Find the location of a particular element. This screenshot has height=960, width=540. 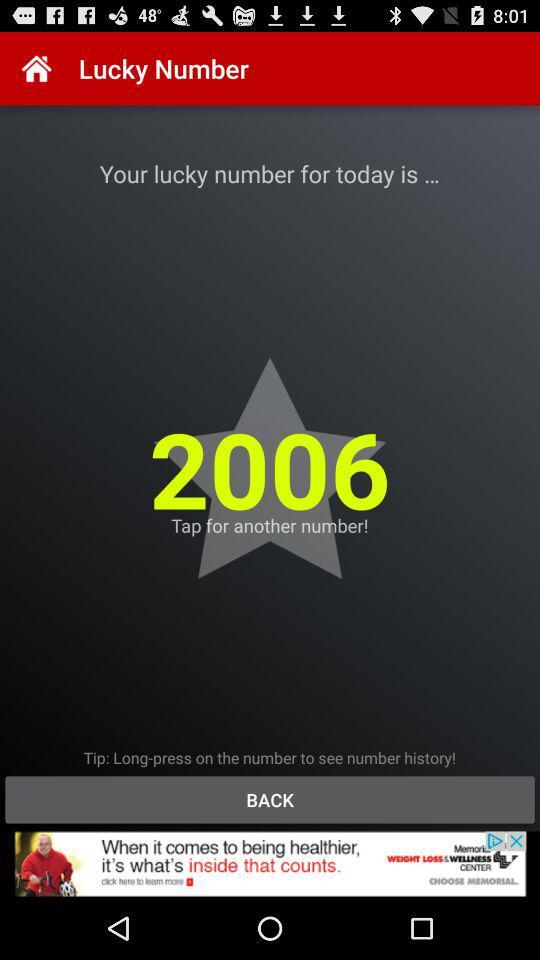

advertisement is located at coordinates (270, 863).